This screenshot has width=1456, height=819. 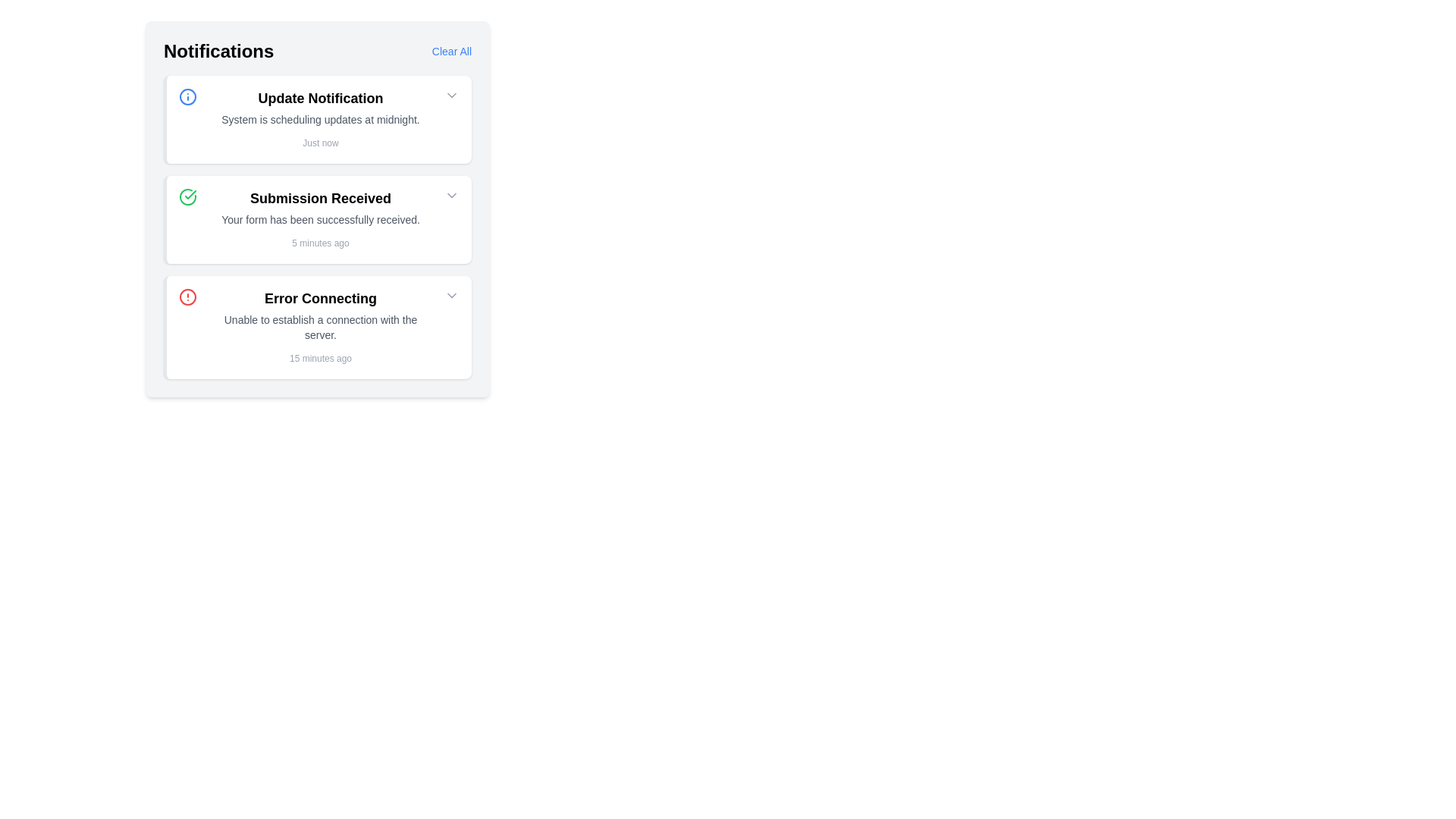 What do you see at coordinates (319, 242) in the screenshot?
I see `information from the static text label that displays '5 minutes ago', located at the bottom of the 'Submission Received' notification card` at bounding box center [319, 242].